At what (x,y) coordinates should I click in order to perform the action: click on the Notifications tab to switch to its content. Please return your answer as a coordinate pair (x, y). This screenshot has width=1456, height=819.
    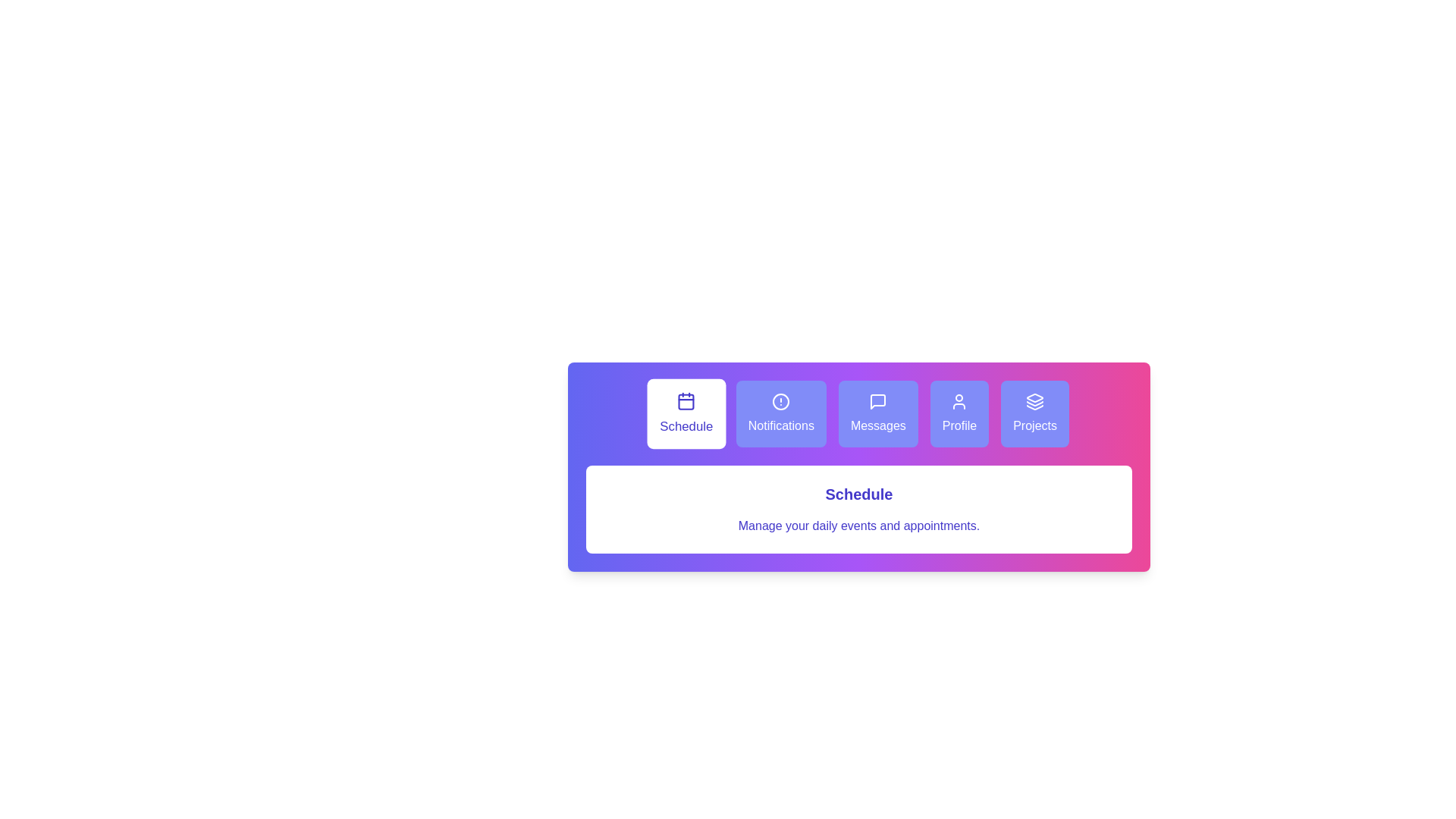
    Looking at the image, I should click on (781, 414).